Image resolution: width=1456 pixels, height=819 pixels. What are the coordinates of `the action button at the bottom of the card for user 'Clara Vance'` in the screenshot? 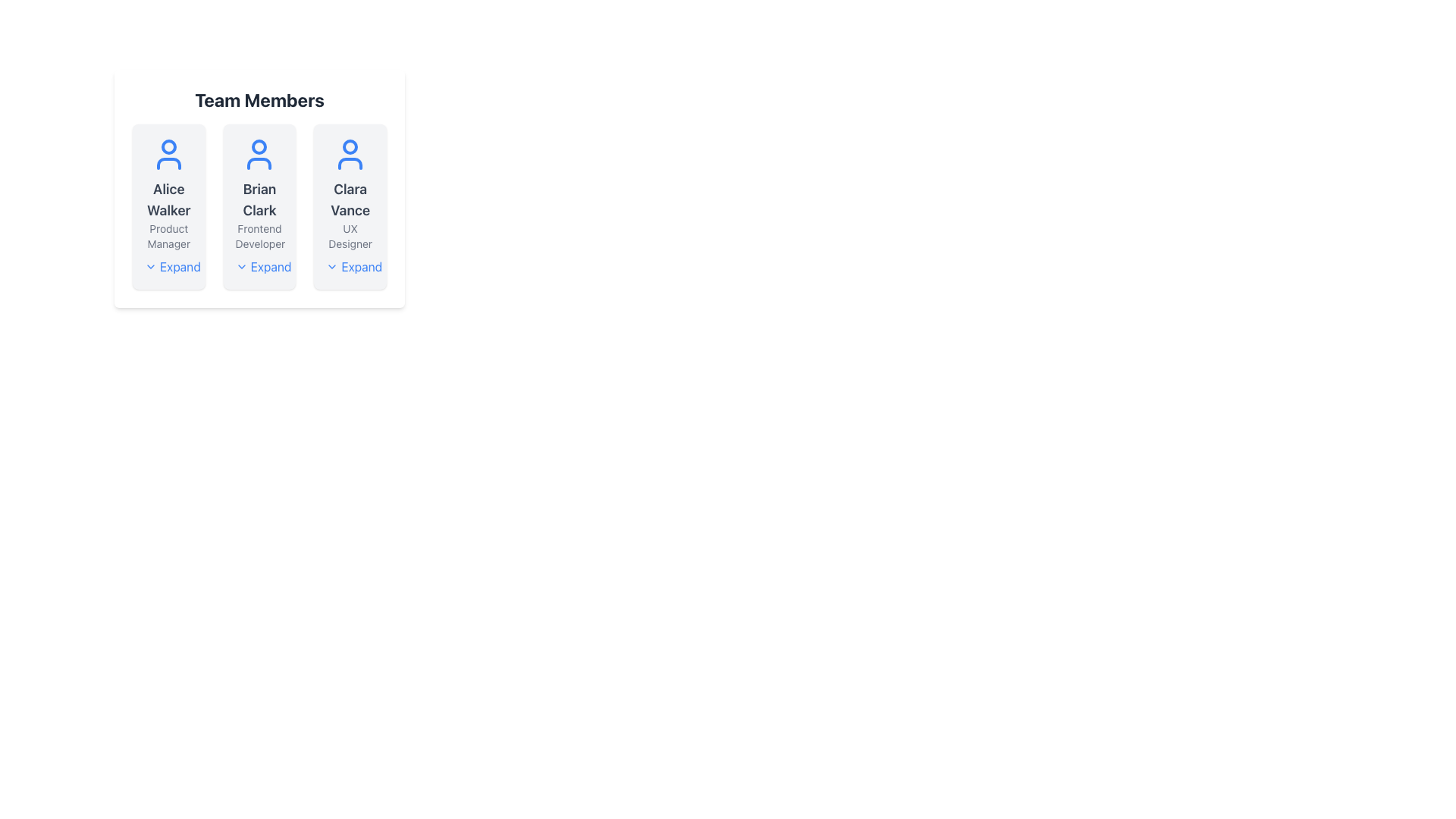 It's located at (353, 265).